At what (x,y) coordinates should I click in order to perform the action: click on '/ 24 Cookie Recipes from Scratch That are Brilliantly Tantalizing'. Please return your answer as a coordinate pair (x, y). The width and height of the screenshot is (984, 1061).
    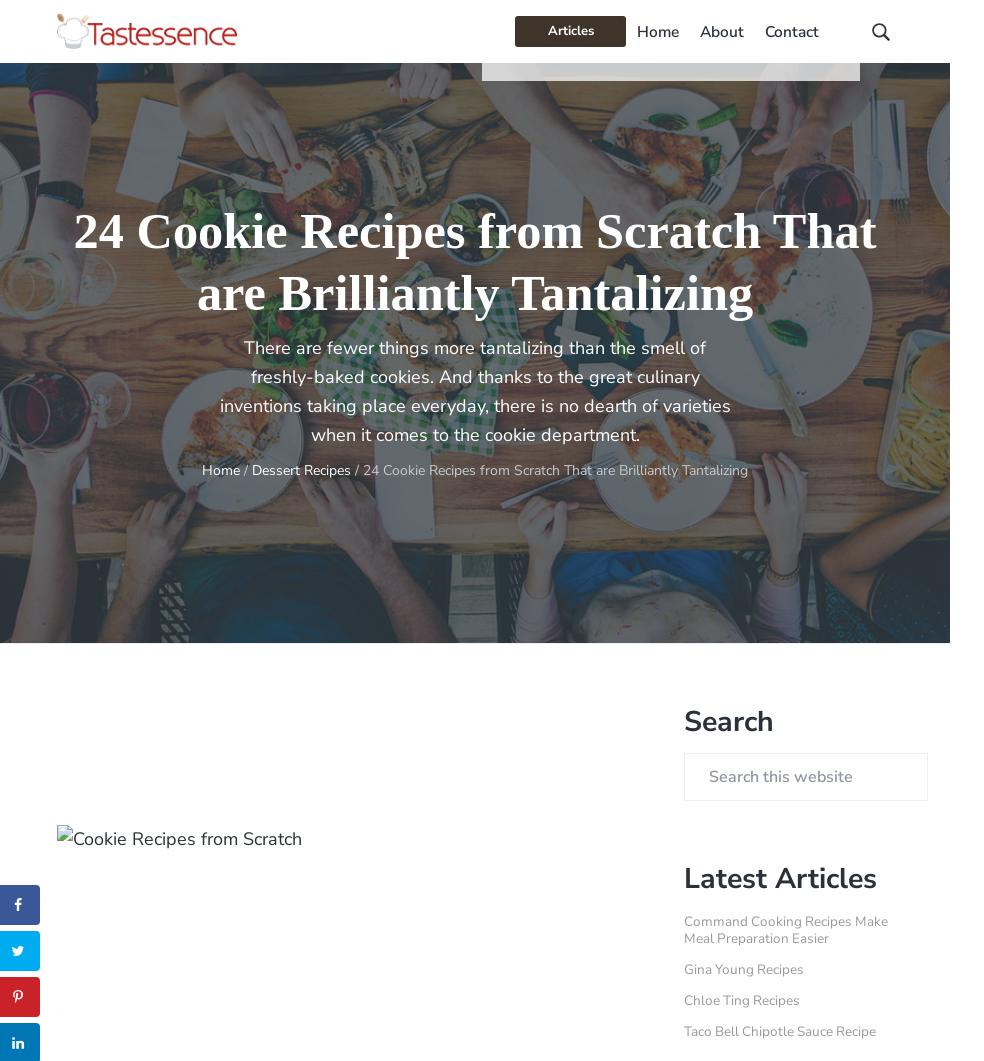
    Looking at the image, I should click on (548, 470).